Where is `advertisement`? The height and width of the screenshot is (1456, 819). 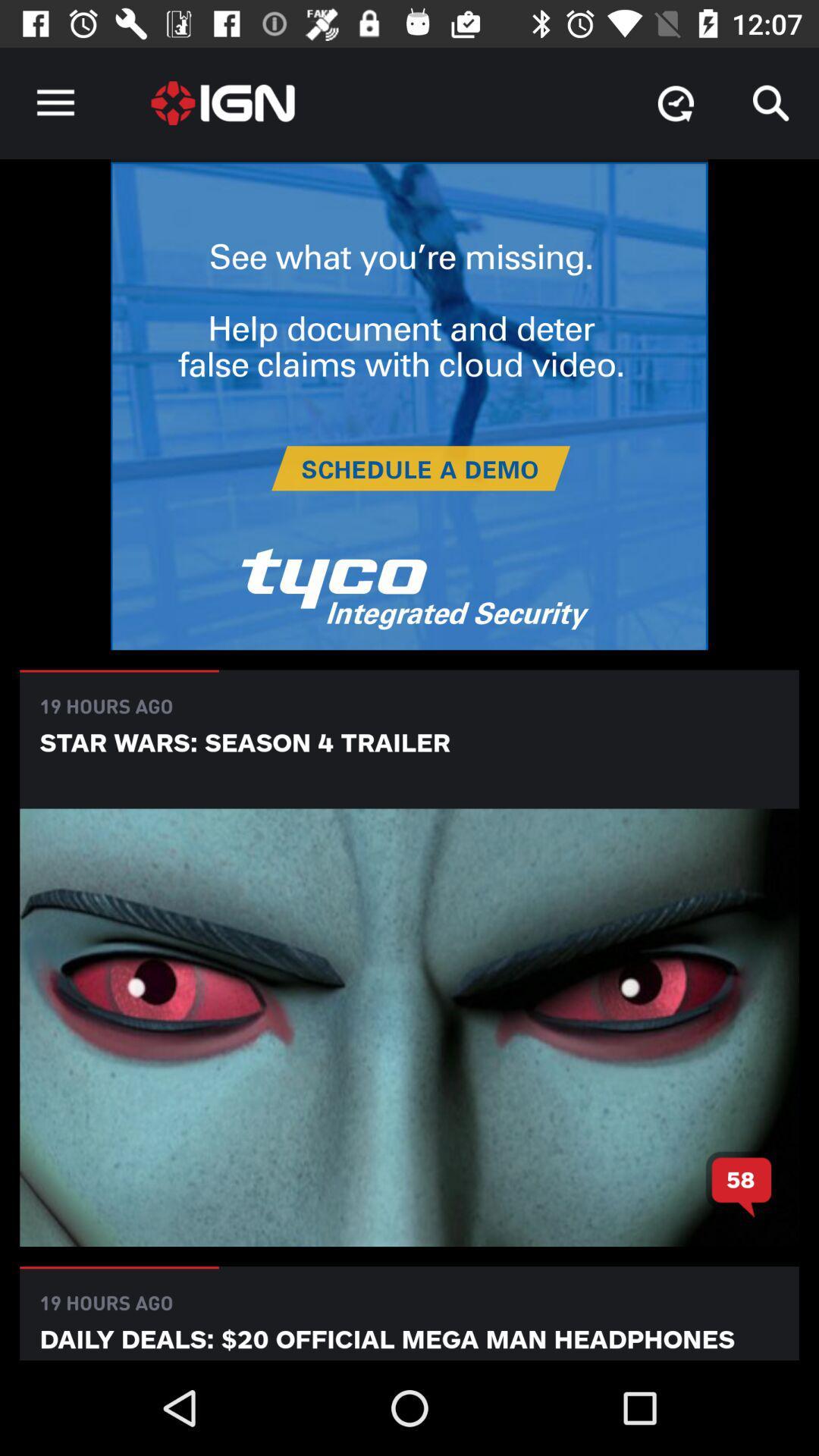 advertisement is located at coordinates (409, 406).